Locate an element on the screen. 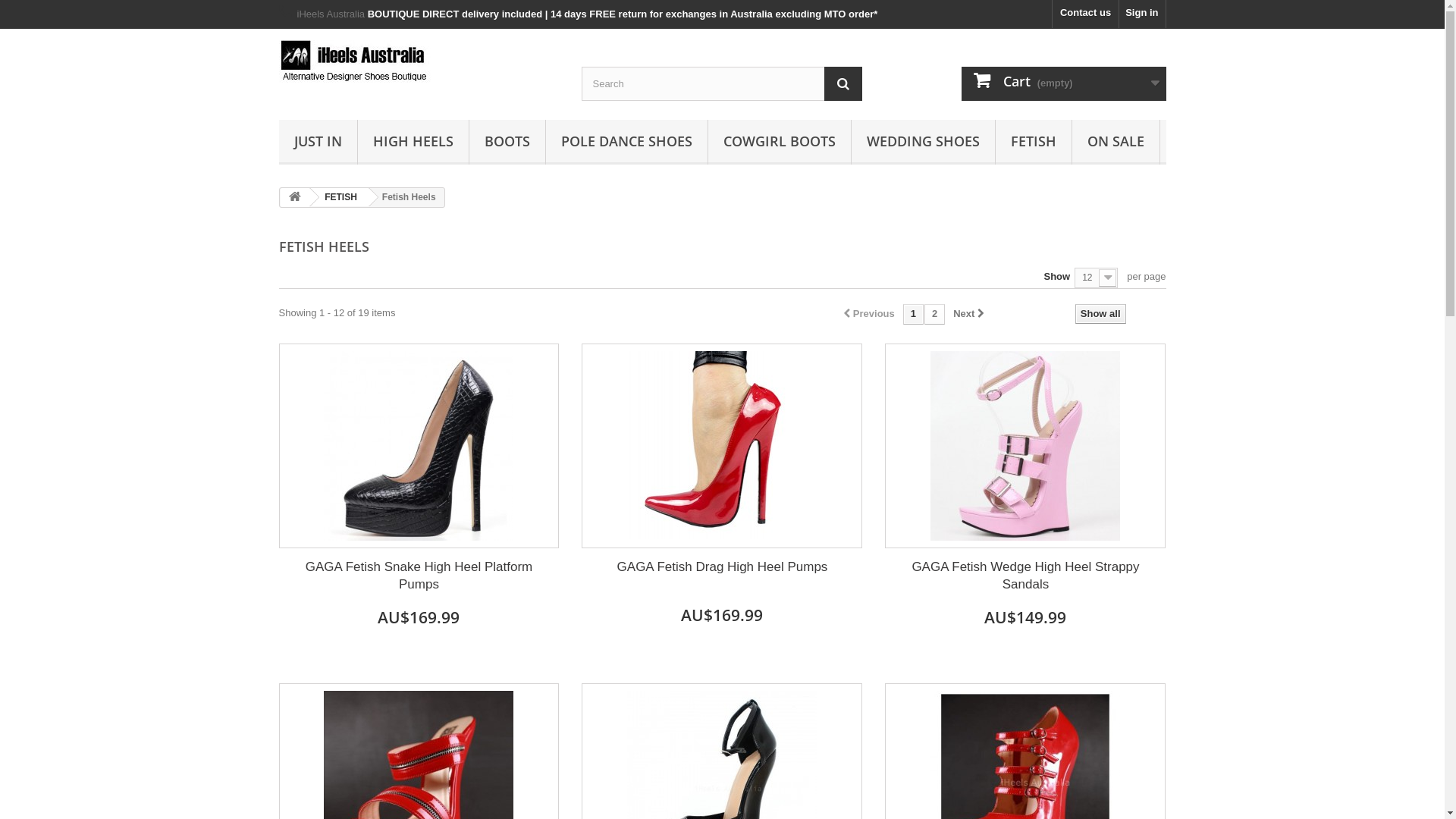  '2' is located at coordinates (934, 313).